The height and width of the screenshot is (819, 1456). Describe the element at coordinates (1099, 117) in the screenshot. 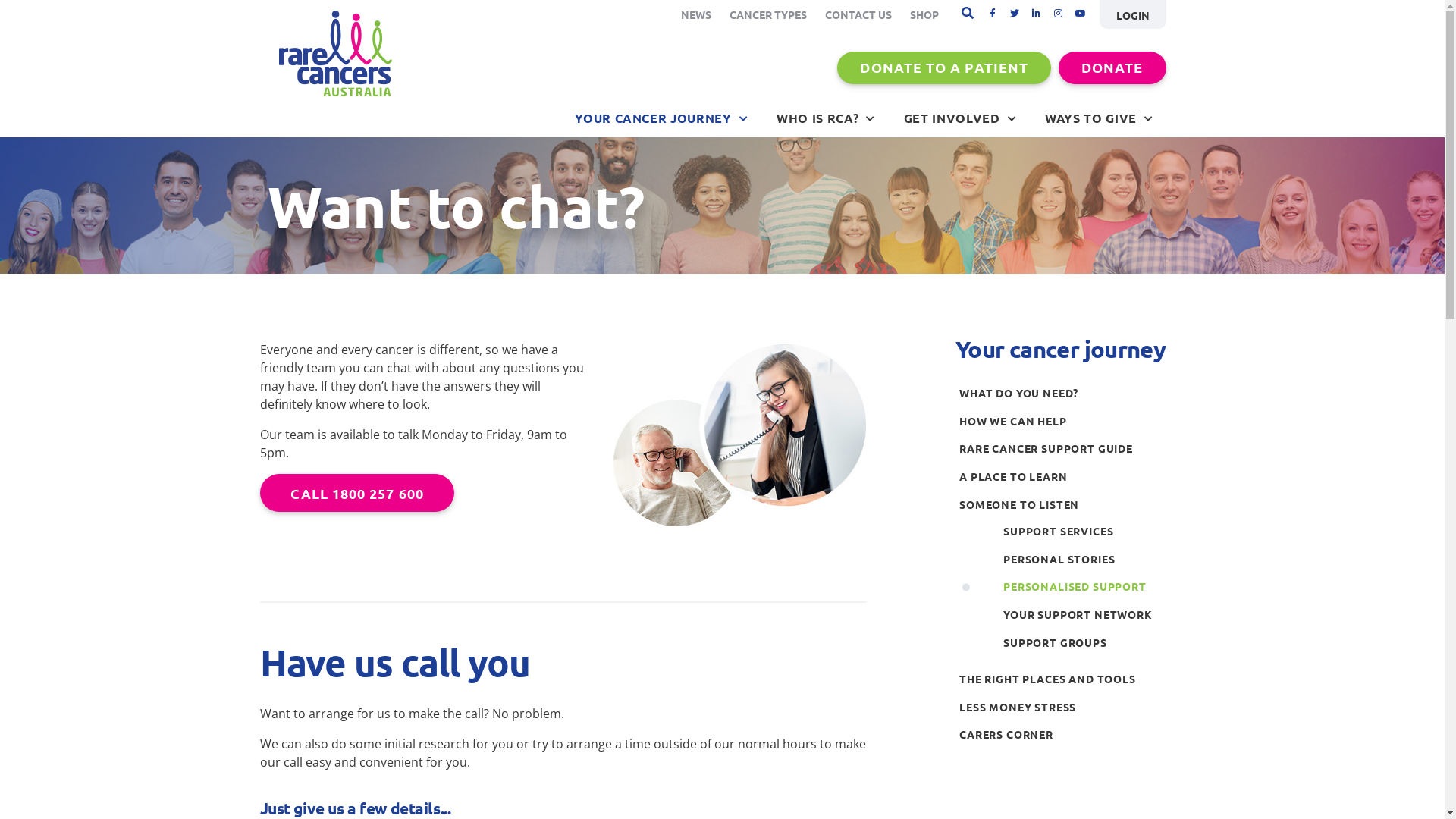

I see `'WAYS TO GIVE'` at that location.